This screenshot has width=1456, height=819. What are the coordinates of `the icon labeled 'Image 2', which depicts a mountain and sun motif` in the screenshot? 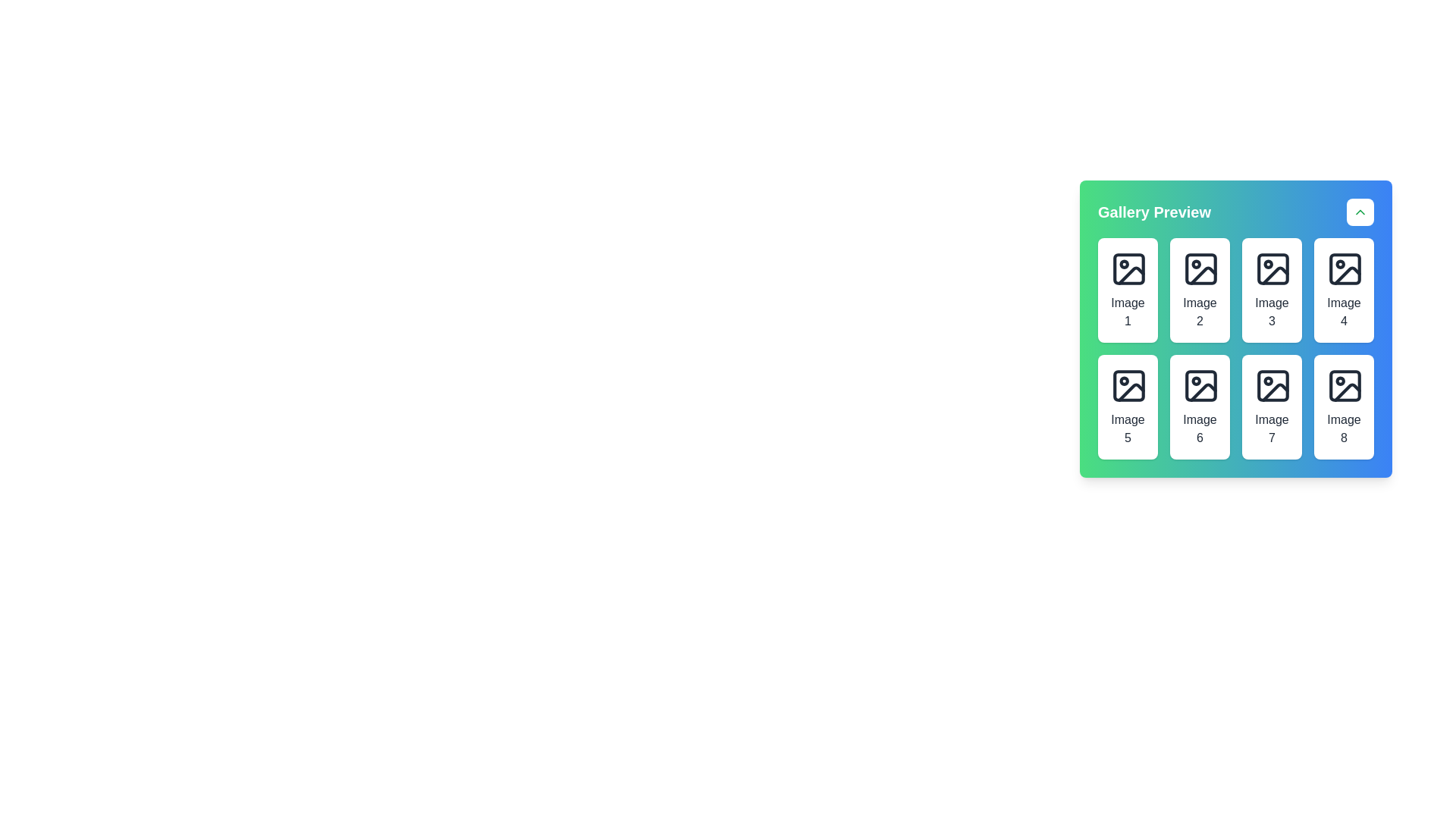 It's located at (1200, 268).